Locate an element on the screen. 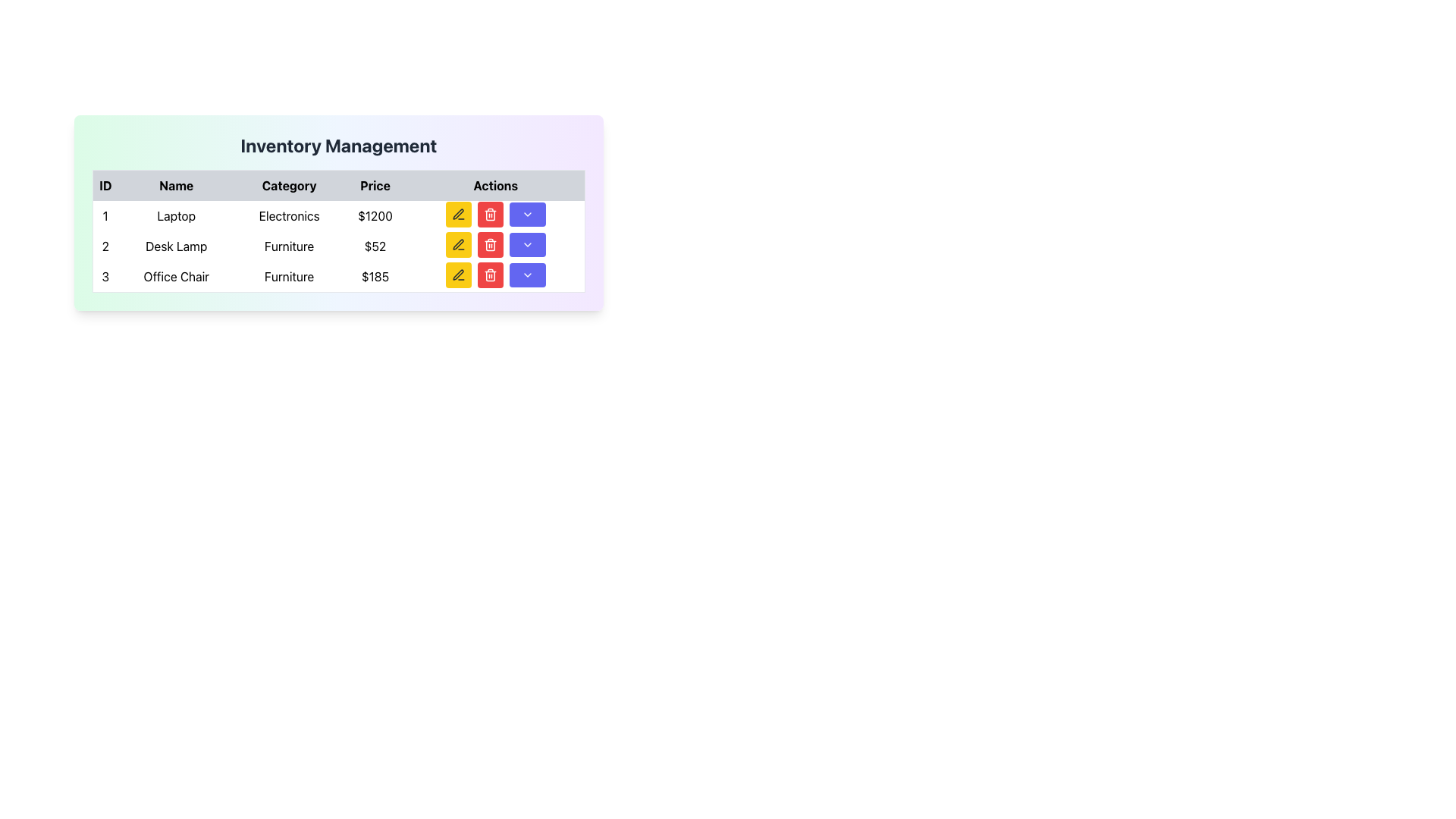  the text within the third row of the table that displays product details, including ID, name, category, and price is located at coordinates (337, 277).